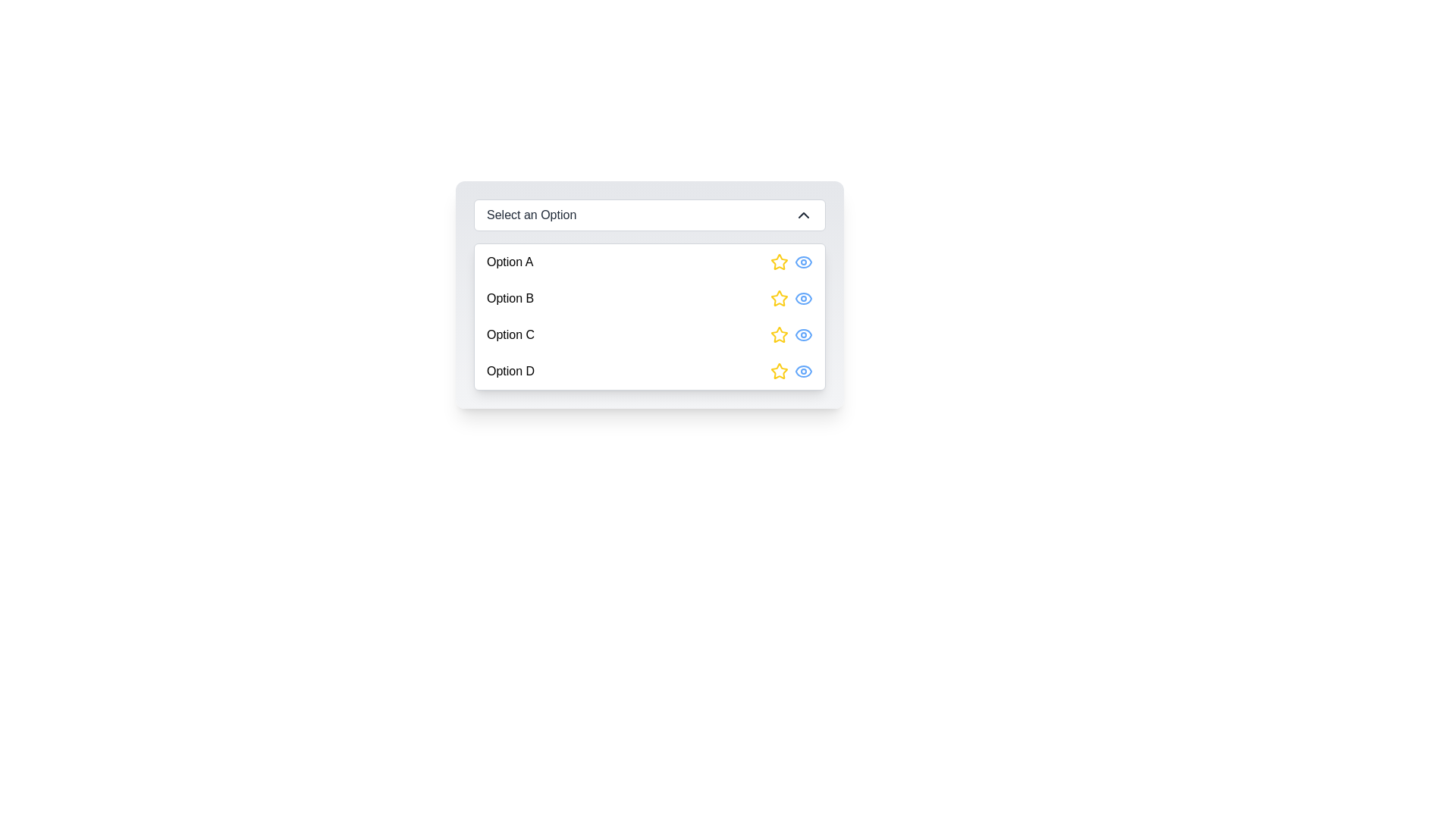 Image resolution: width=1456 pixels, height=819 pixels. I want to click on the star icon, which serves as a marker for 'Option B', so click(779, 298).